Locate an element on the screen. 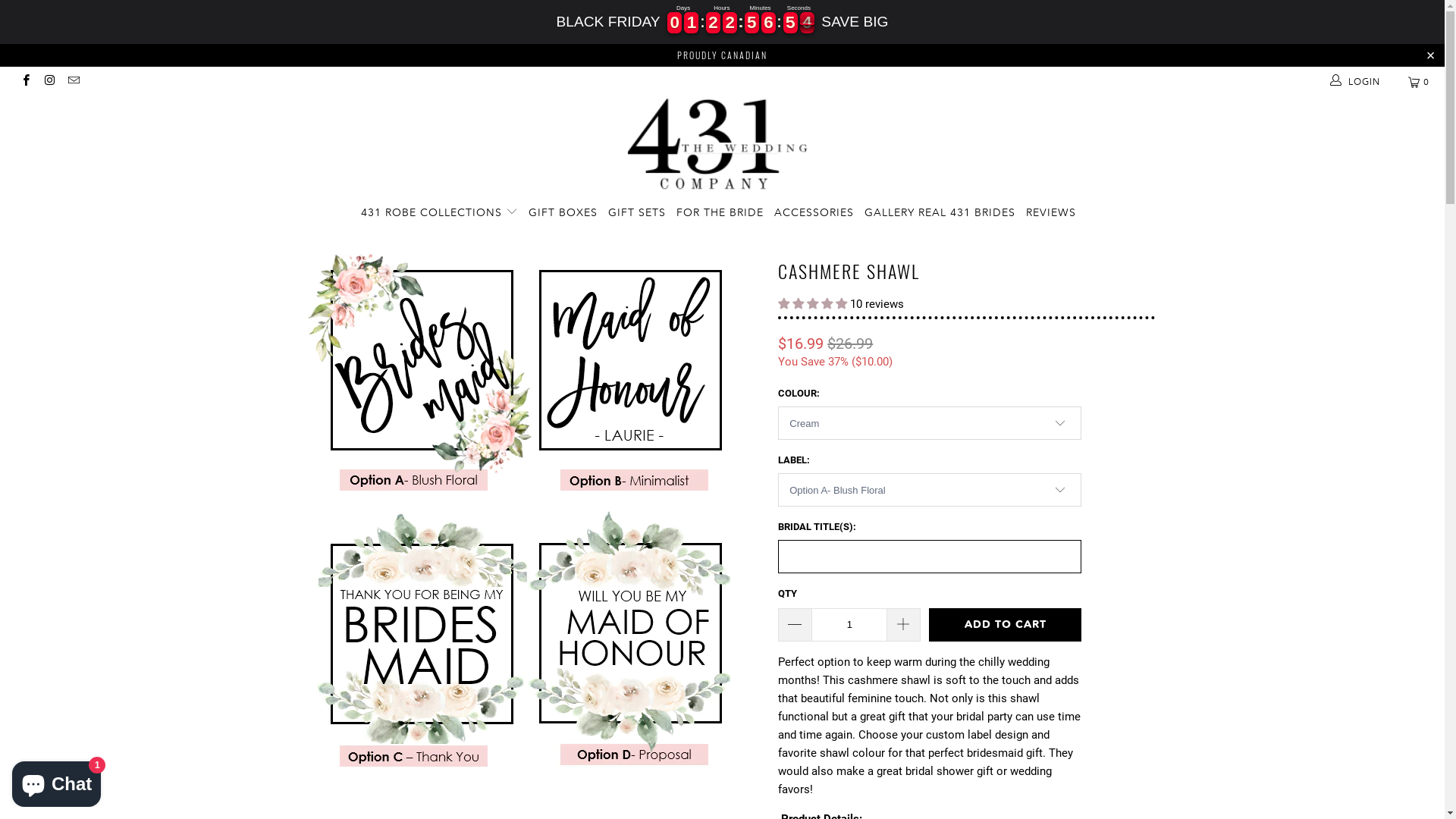 The height and width of the screenshot is (819, 1456). 'REVIEWS' is located at coordinates (1050, 212).